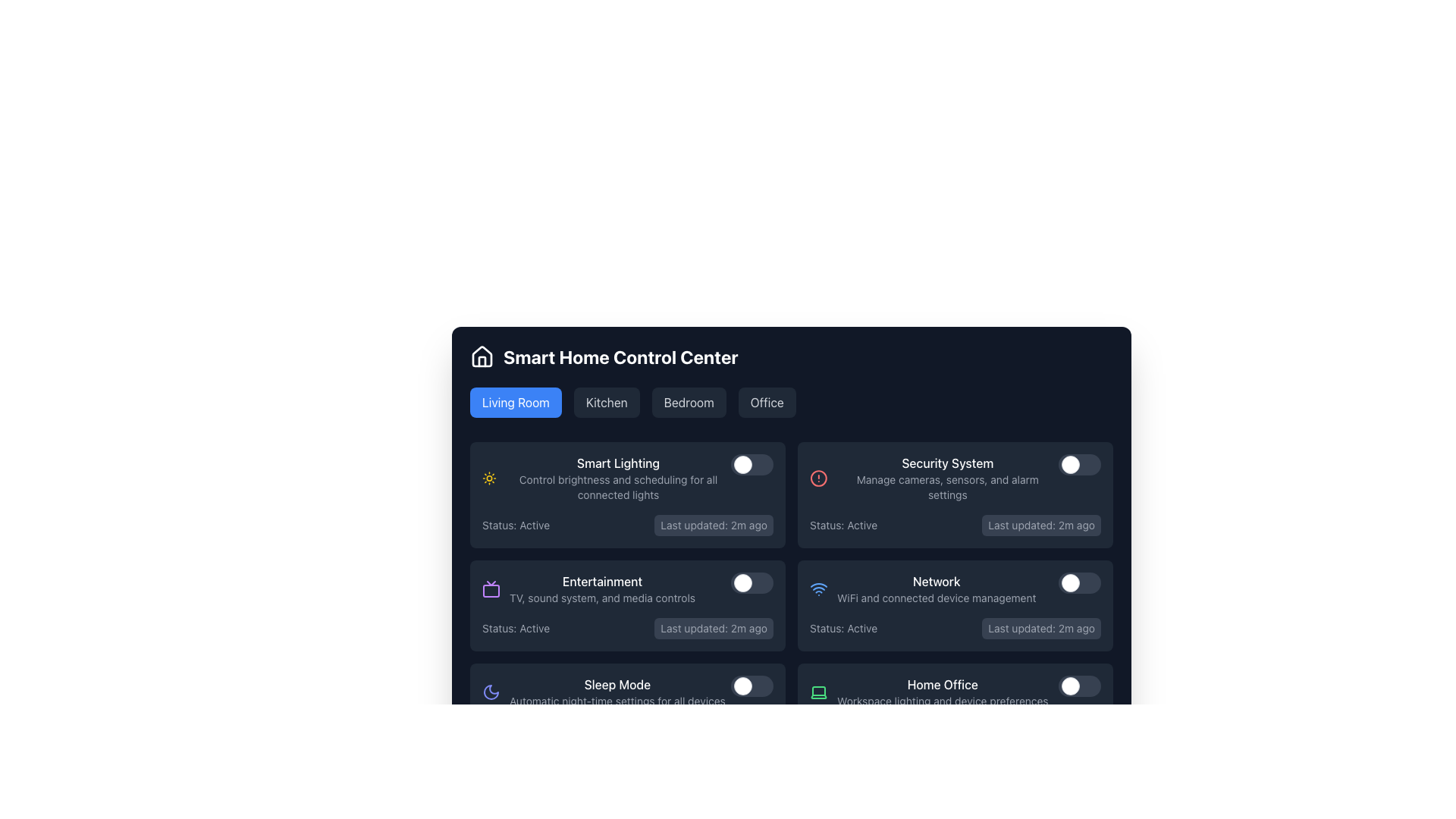 The image size is (1456, 819). Describe the element at coordinates (818, 692) in the screenshot. I see `the 'Home Office' icon, which serves as a visual identifier for the Home Office section located in the bottom right of the grid layout` at that location.